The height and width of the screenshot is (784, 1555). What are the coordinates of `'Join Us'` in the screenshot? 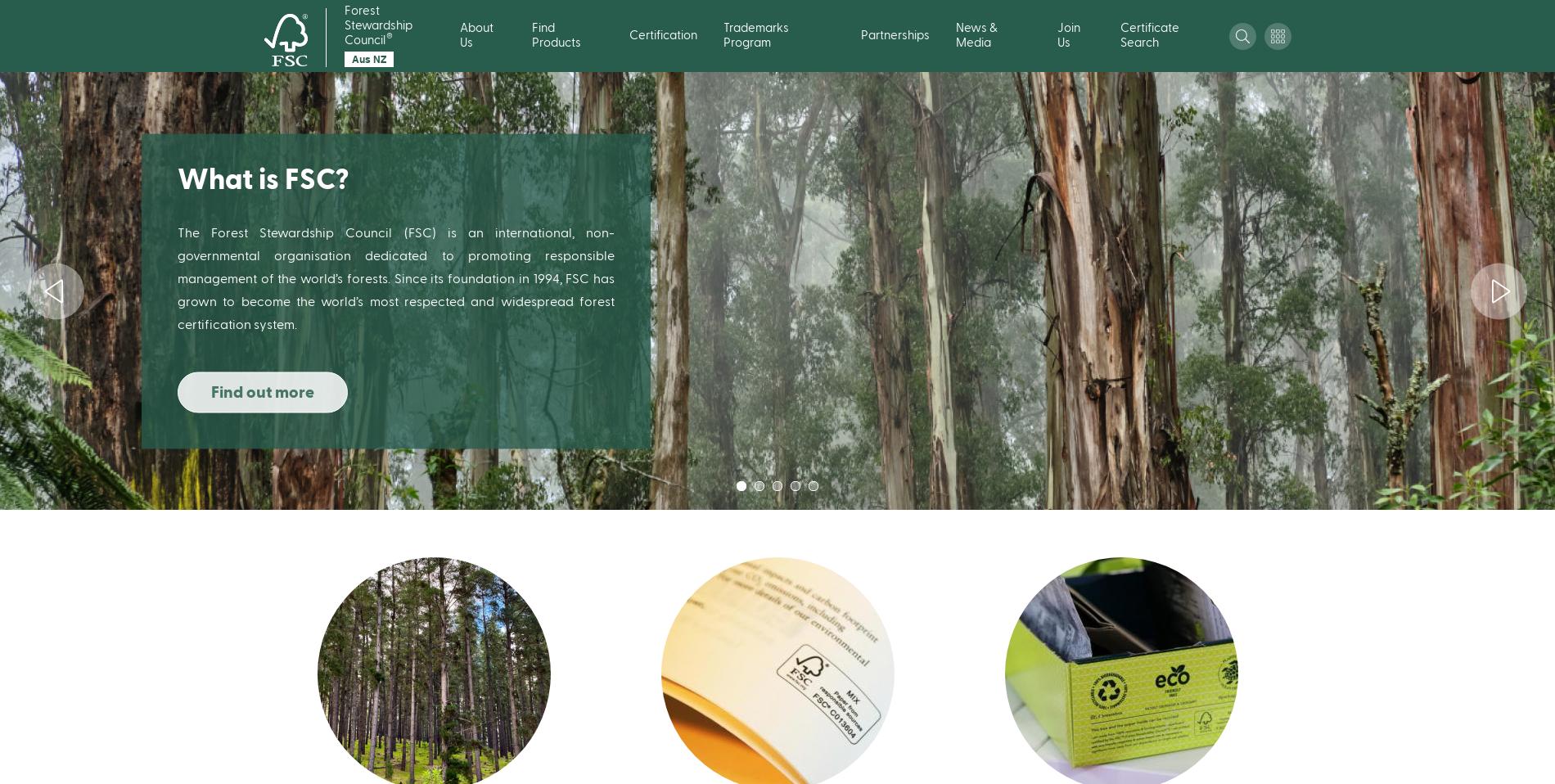 It's located at (1068, 34).